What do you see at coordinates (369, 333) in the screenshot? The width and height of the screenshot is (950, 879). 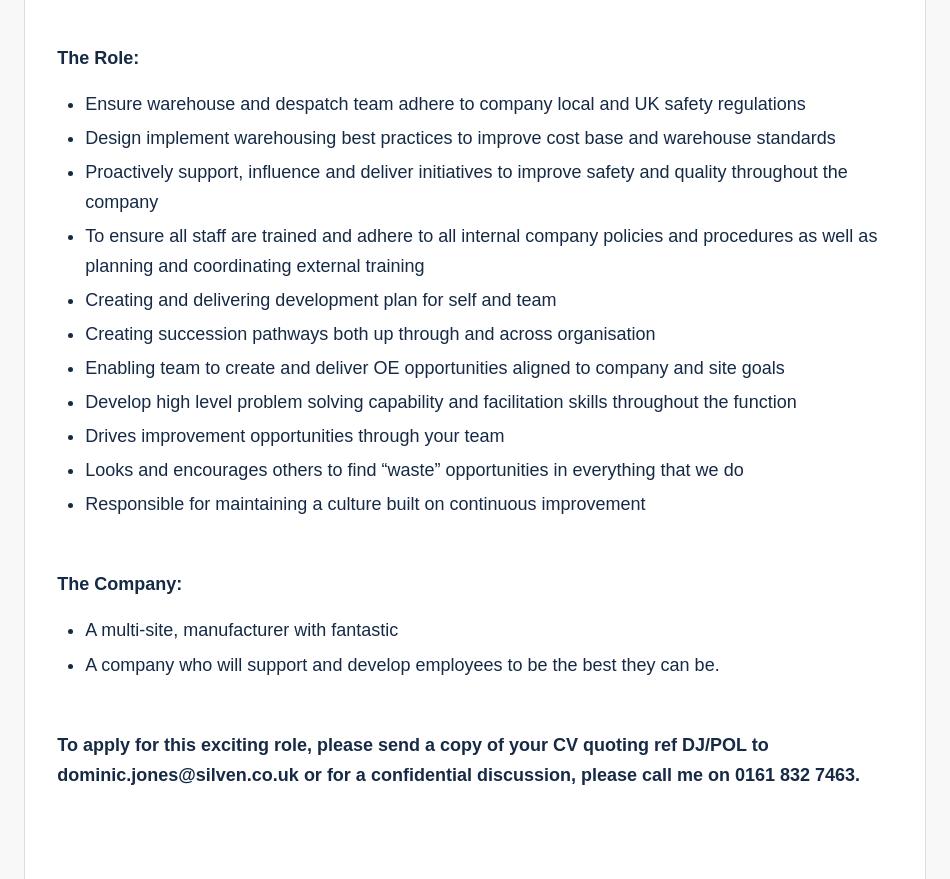 I see `'Creating succession pathways both up through and across organisation'` at bounding box center [369, 333].